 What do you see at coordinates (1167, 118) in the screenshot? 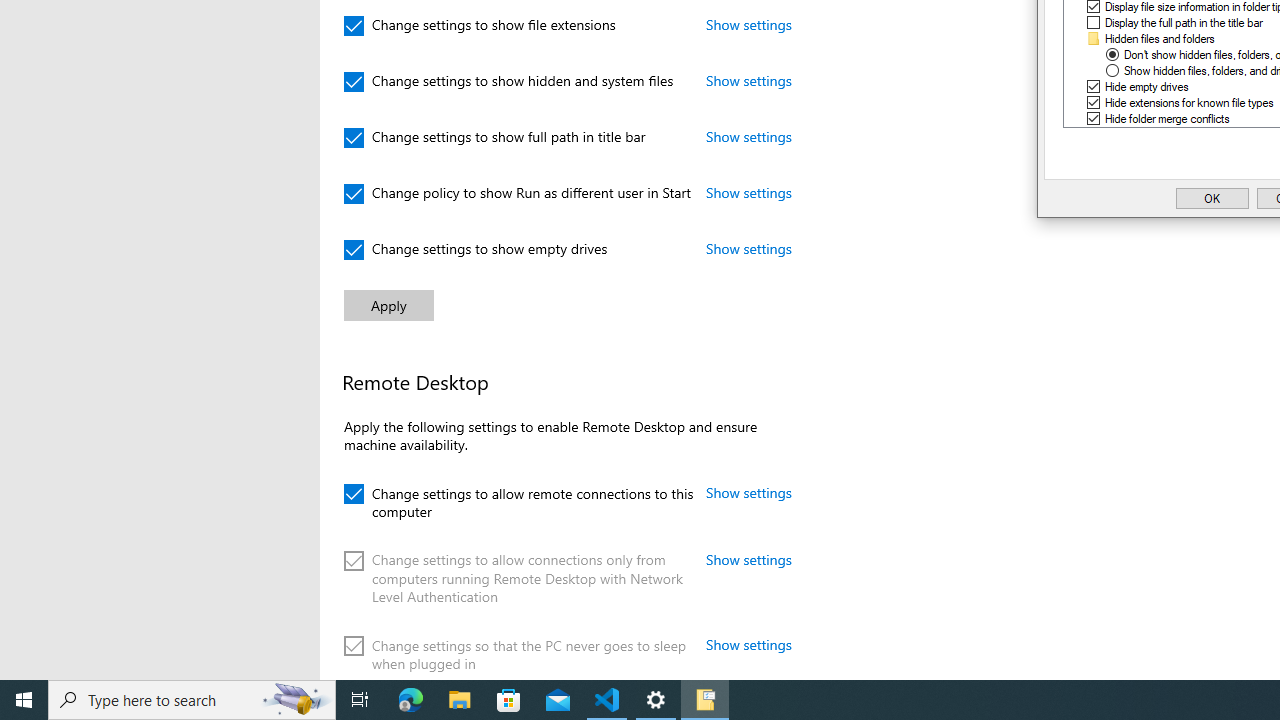
I see `'Hide folder merge conflicts'` at bounding box center [1167, 118].